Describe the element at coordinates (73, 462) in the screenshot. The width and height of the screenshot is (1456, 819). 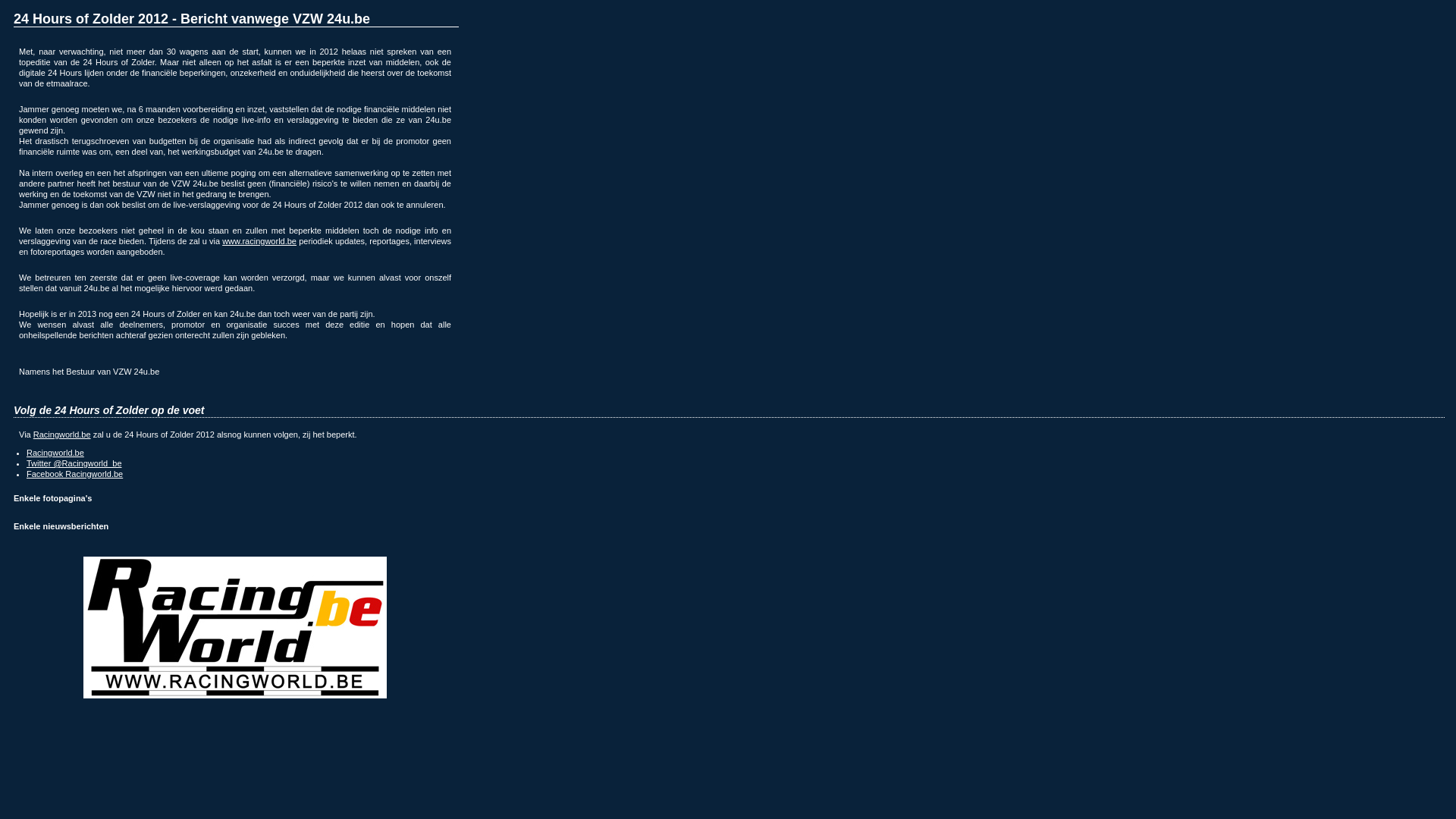
I see `'Twitter @Racingworld_be'` at that location.